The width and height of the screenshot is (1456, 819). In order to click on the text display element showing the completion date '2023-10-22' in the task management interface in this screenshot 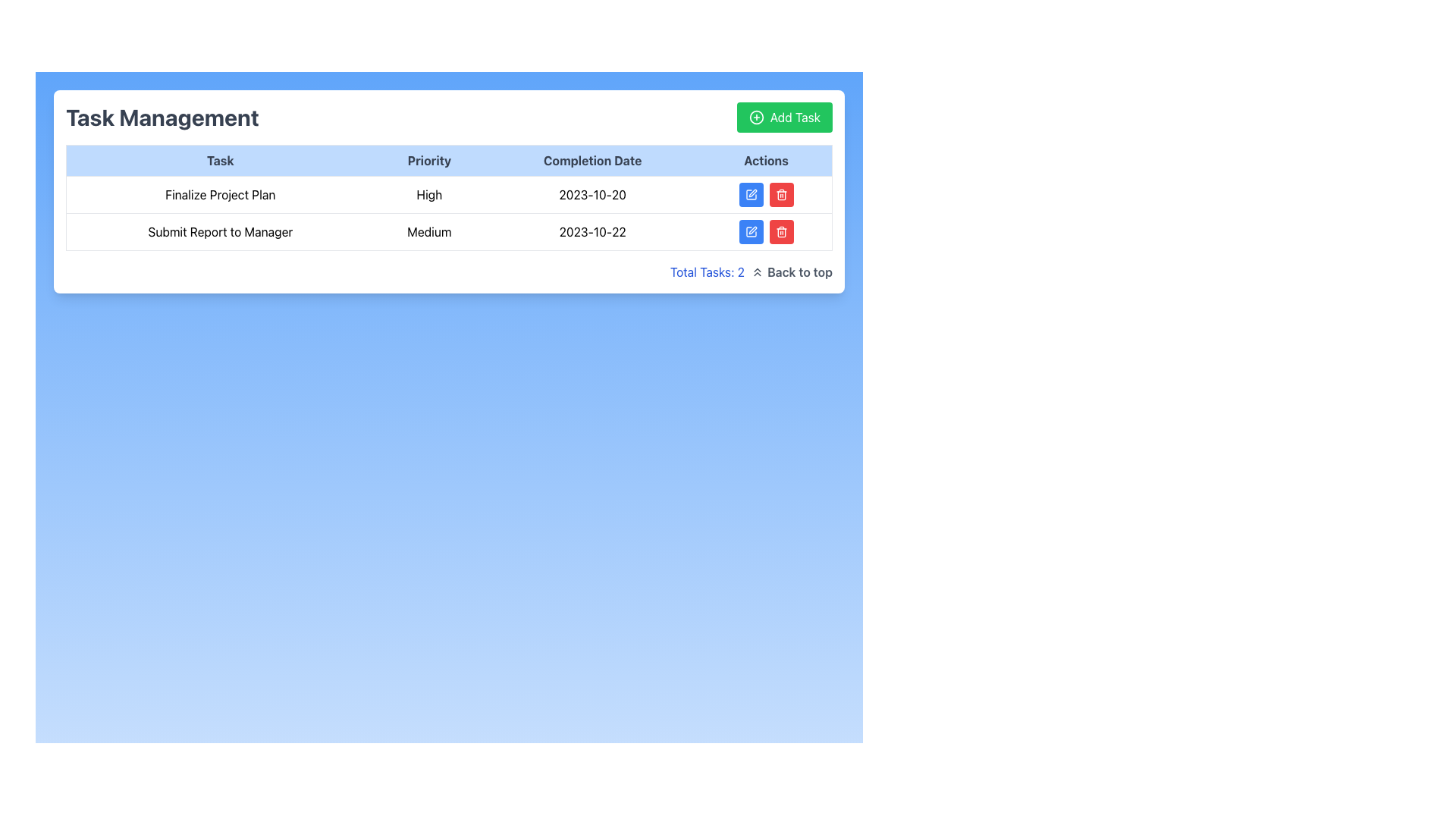, I will do `click(591, 231)`.